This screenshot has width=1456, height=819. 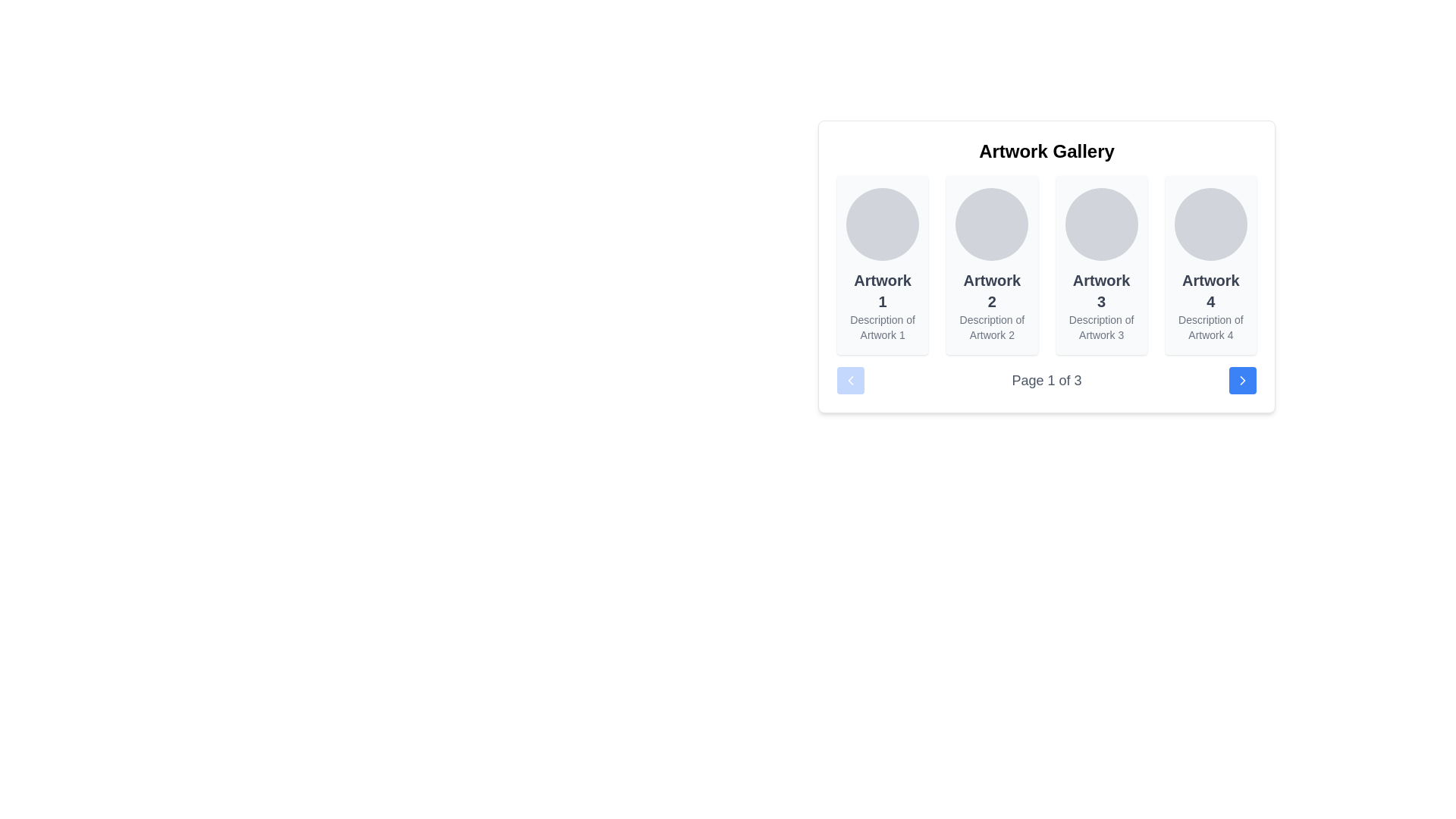 I want to click on the Text label displaying 'Artwork 2', which is styled in bold, larger font, and is dark gray, positioned below the circular placeholder image and above the description text, so click(x=992, y=291).